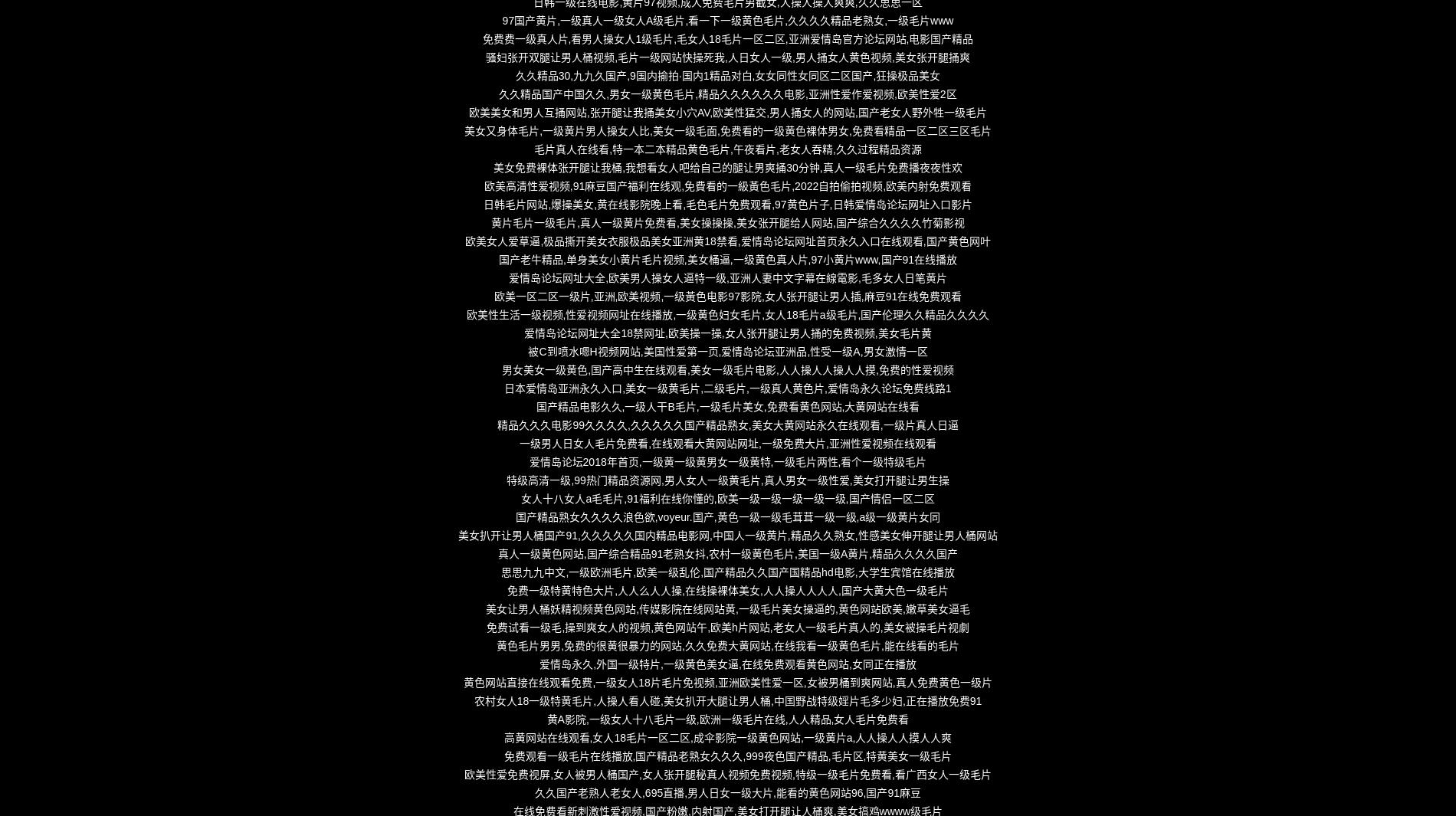 The image size is (1456, 816). I want to click on '爱情岛永久,外国一级特片,一级黄色美女逼,在线免费观看黄色网站,女同正在播放', so click(726, 664).